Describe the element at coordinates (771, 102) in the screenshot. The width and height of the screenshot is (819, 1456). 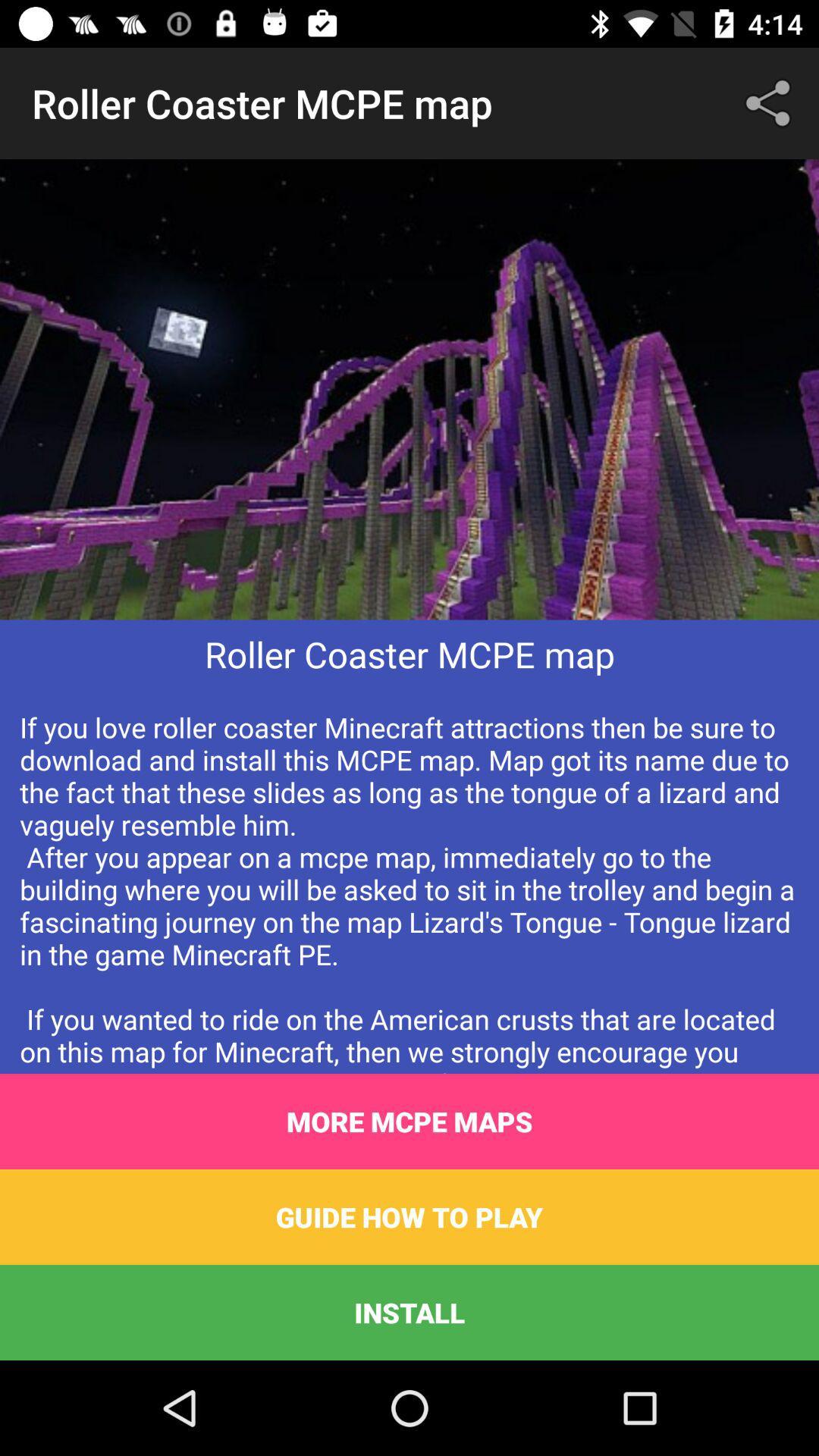
I see `the icon next to the roller coaster mcpe item` at that location.